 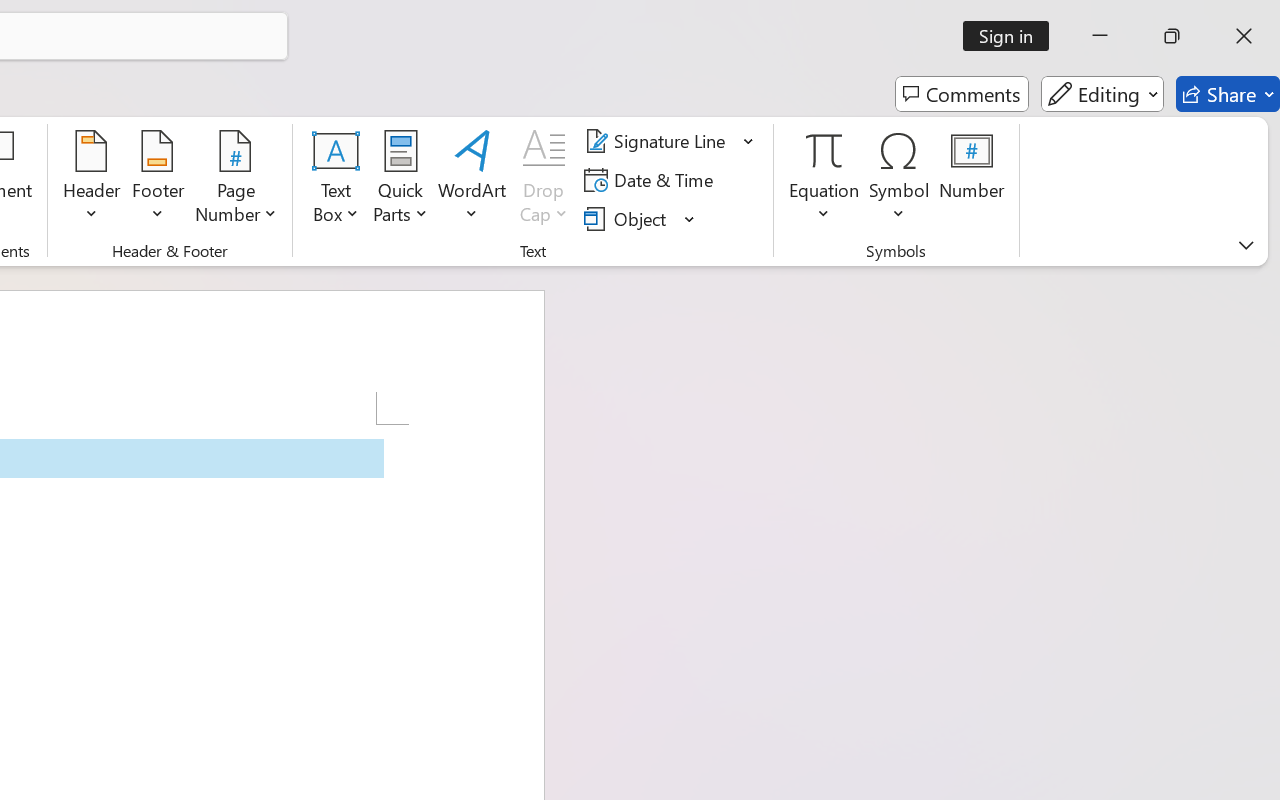 What do you see at coordinates (91, 179) in the screenshot?
I see `'Header'` at bounding box center [91, 179].